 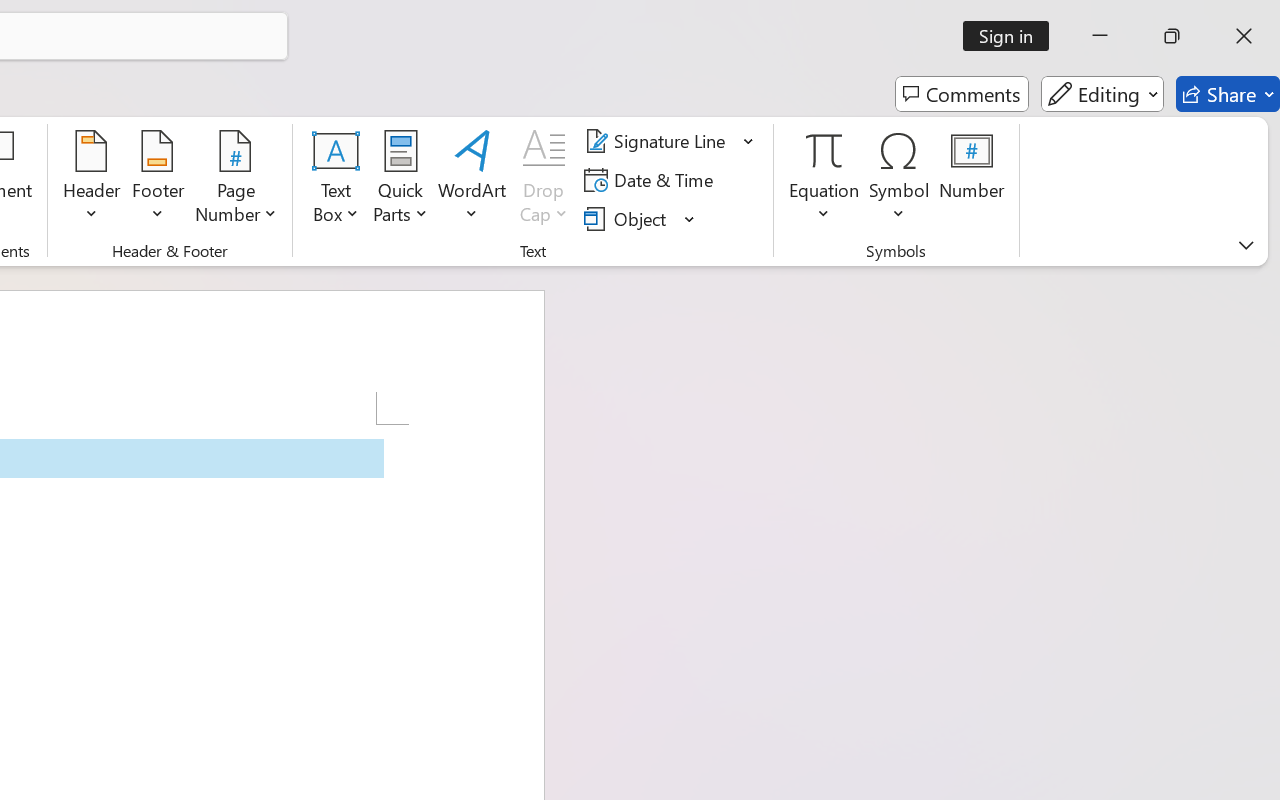 What do you see at coordinates (91, 179) in the screenshot?
I see `'Header'` at bounding box center [91, 179].